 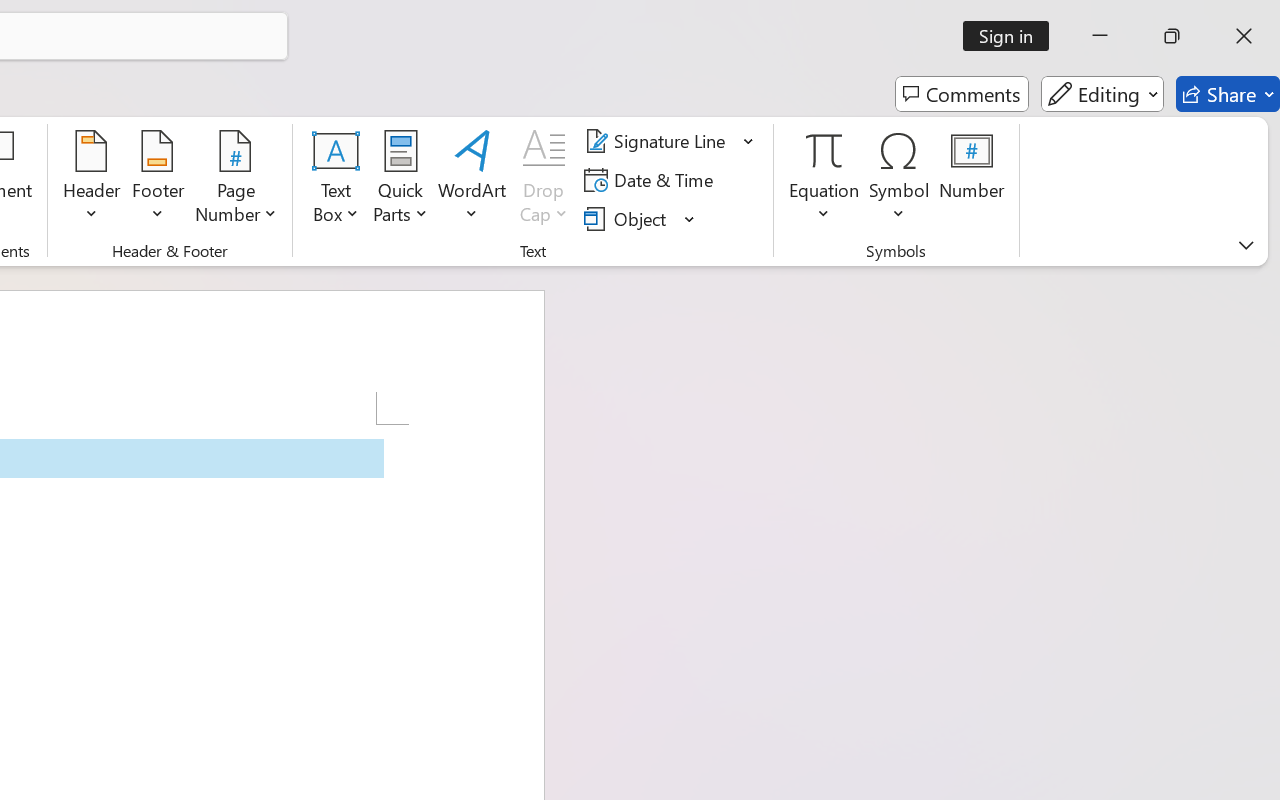 What do you see at coordinates (91, 179) in the screenshot?
I see `'Header'` at bounding box center [91, 179].